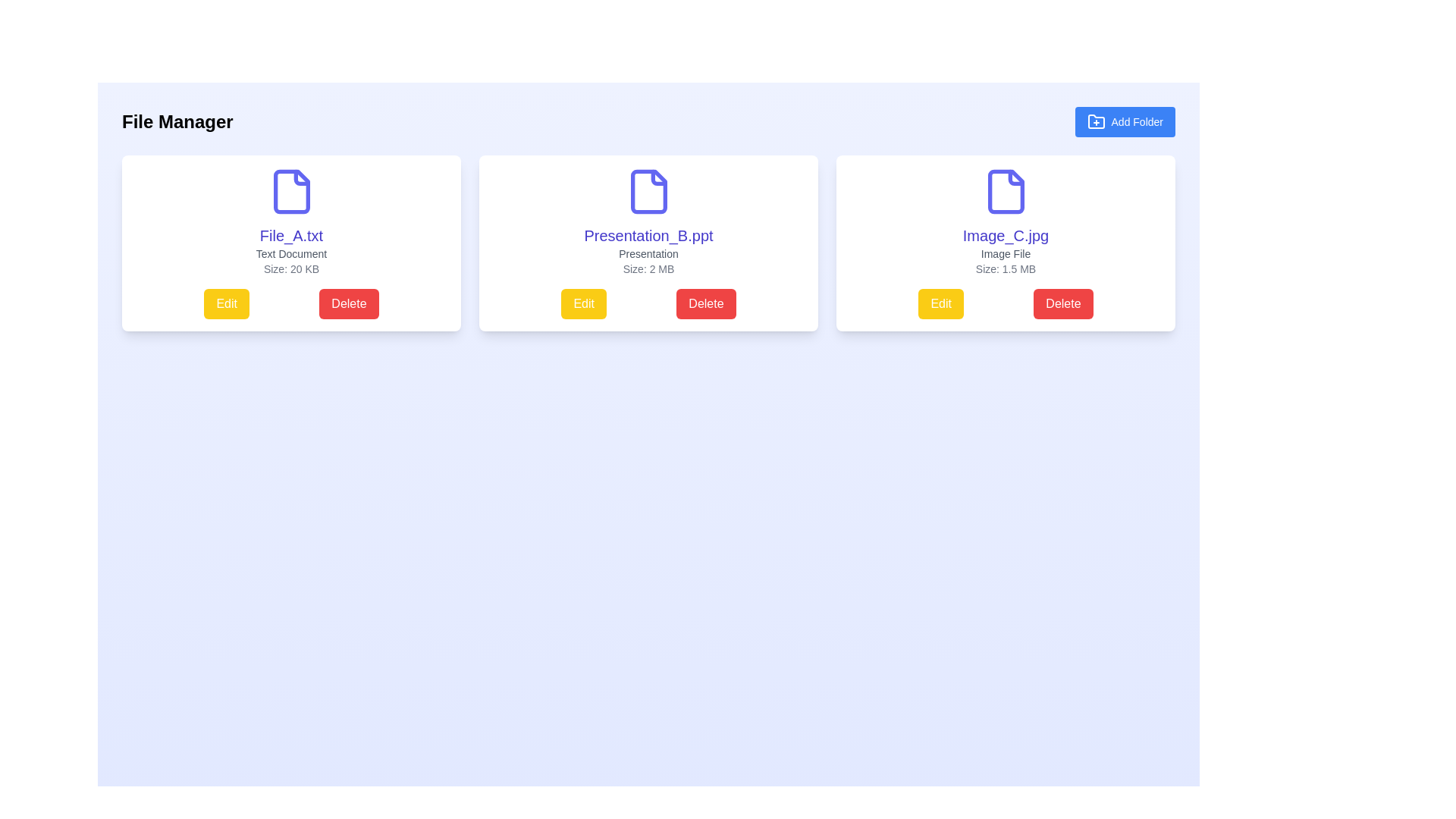 This screenshot has height=819, width=1456. What do you see at coordinates (177, 121) in the screenshot?
I see `the bold, black text label displaying 'File Manager', which is prominently positioned at the top-left corner of the header section` at bounding box center [177, 121].